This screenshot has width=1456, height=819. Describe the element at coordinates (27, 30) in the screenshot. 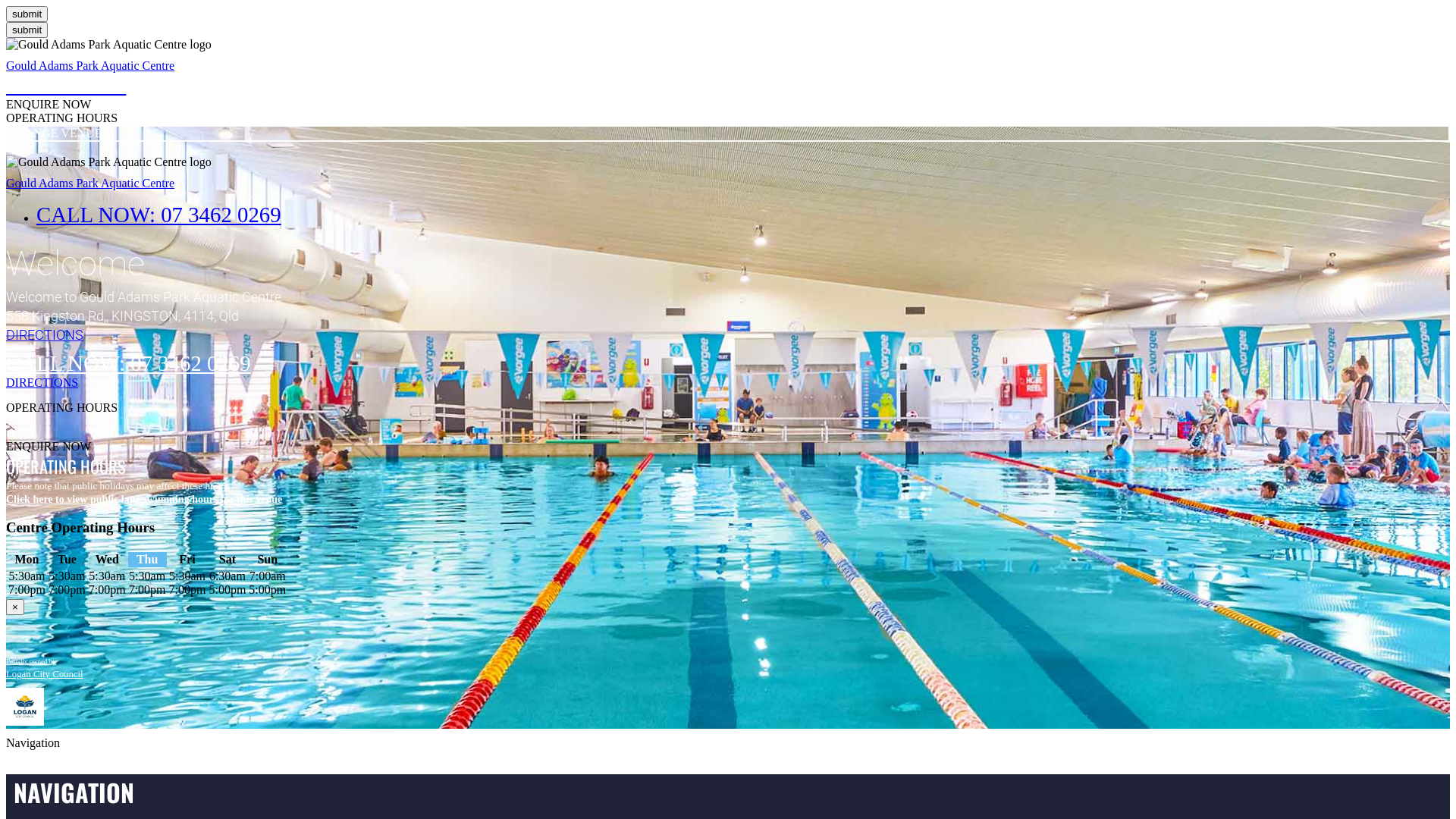

I see `'submit'` at that location.